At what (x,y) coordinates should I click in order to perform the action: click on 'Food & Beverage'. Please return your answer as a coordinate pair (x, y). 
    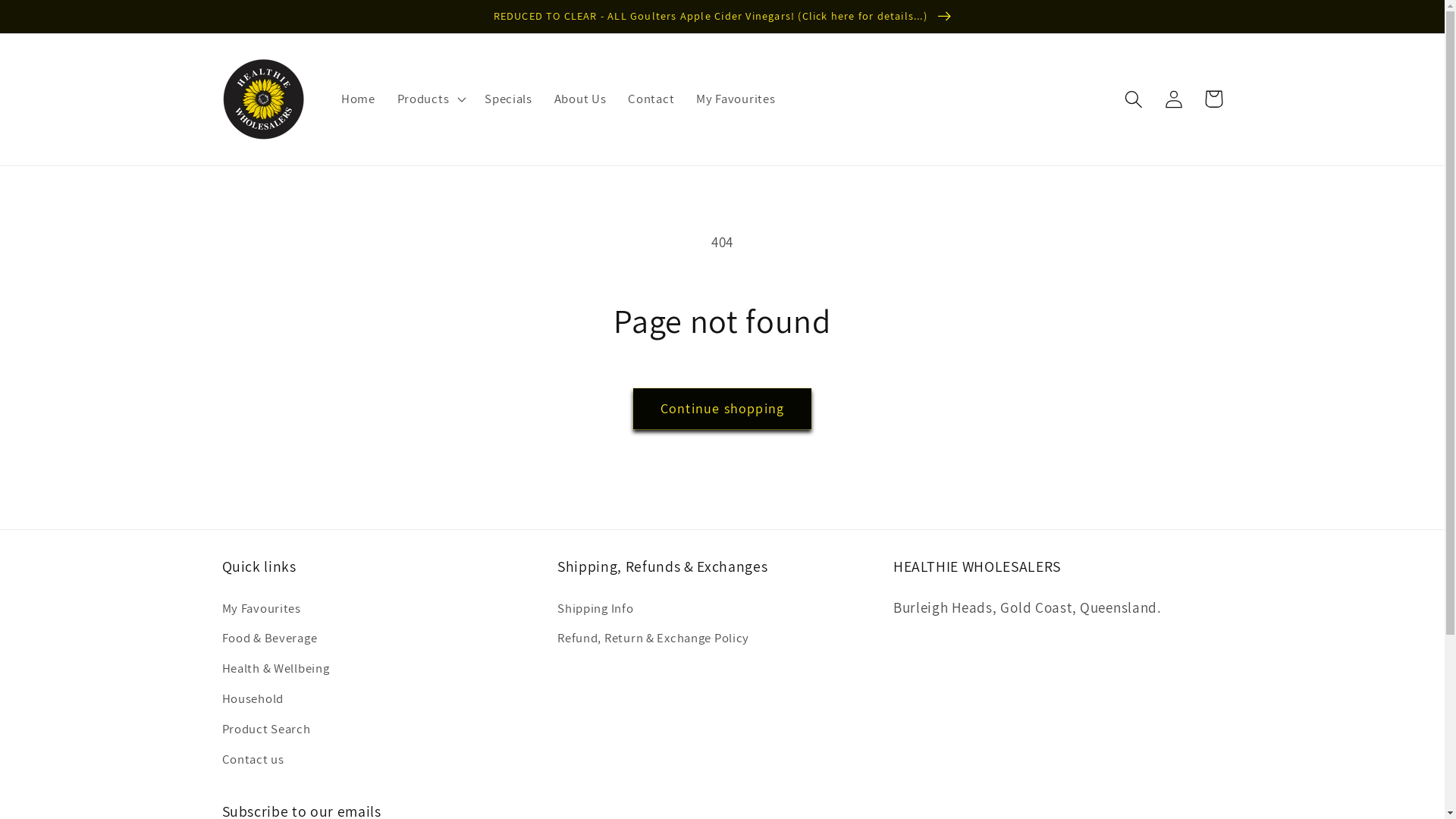
    Looking at the image, I should click on (269, 638).